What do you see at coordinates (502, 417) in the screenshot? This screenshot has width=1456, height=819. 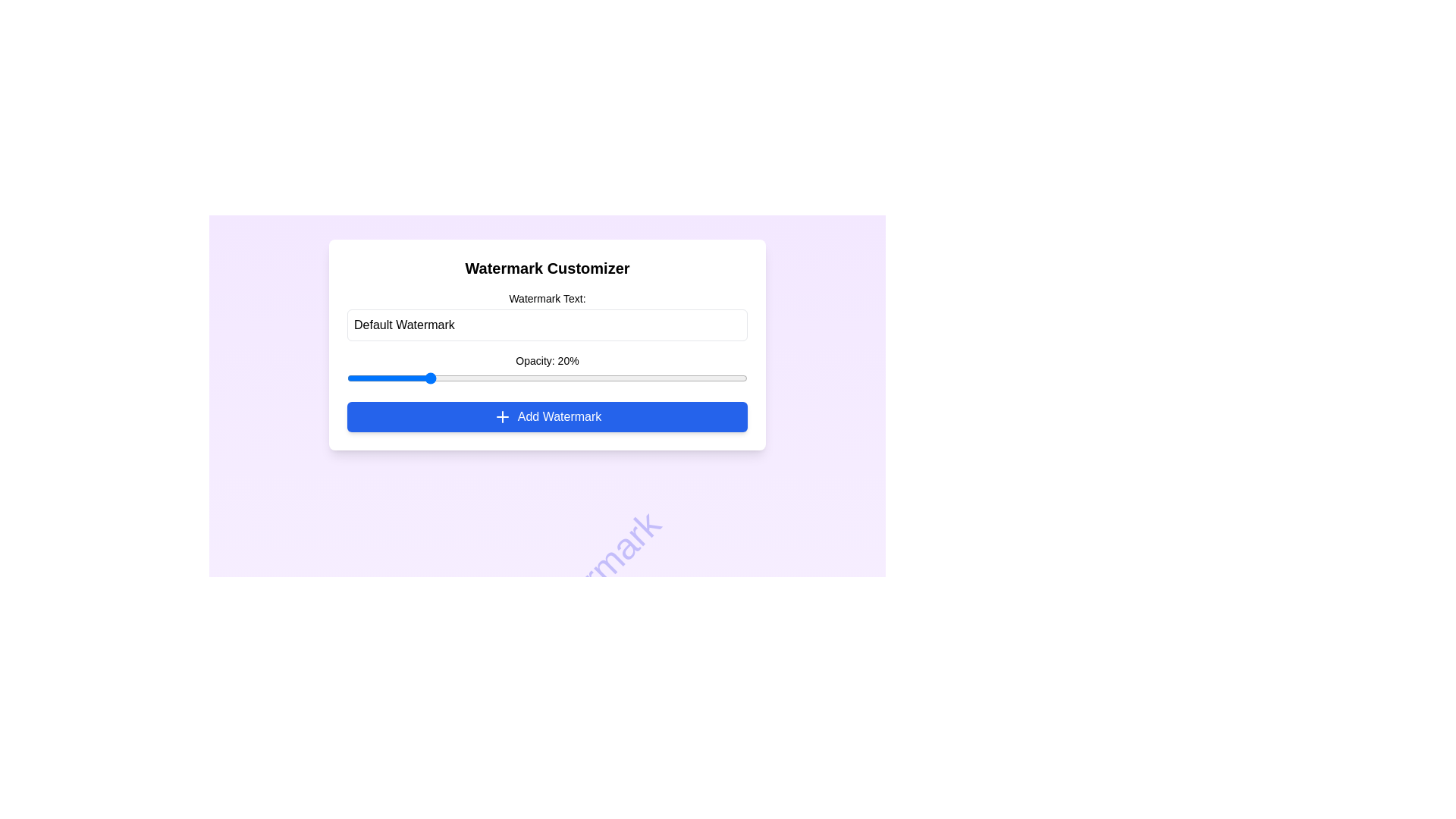 I see `the icon representing the action of adding a new item, which is located inside the 'Add Watermark' button towards the left side` at bounding box center [502, 417].